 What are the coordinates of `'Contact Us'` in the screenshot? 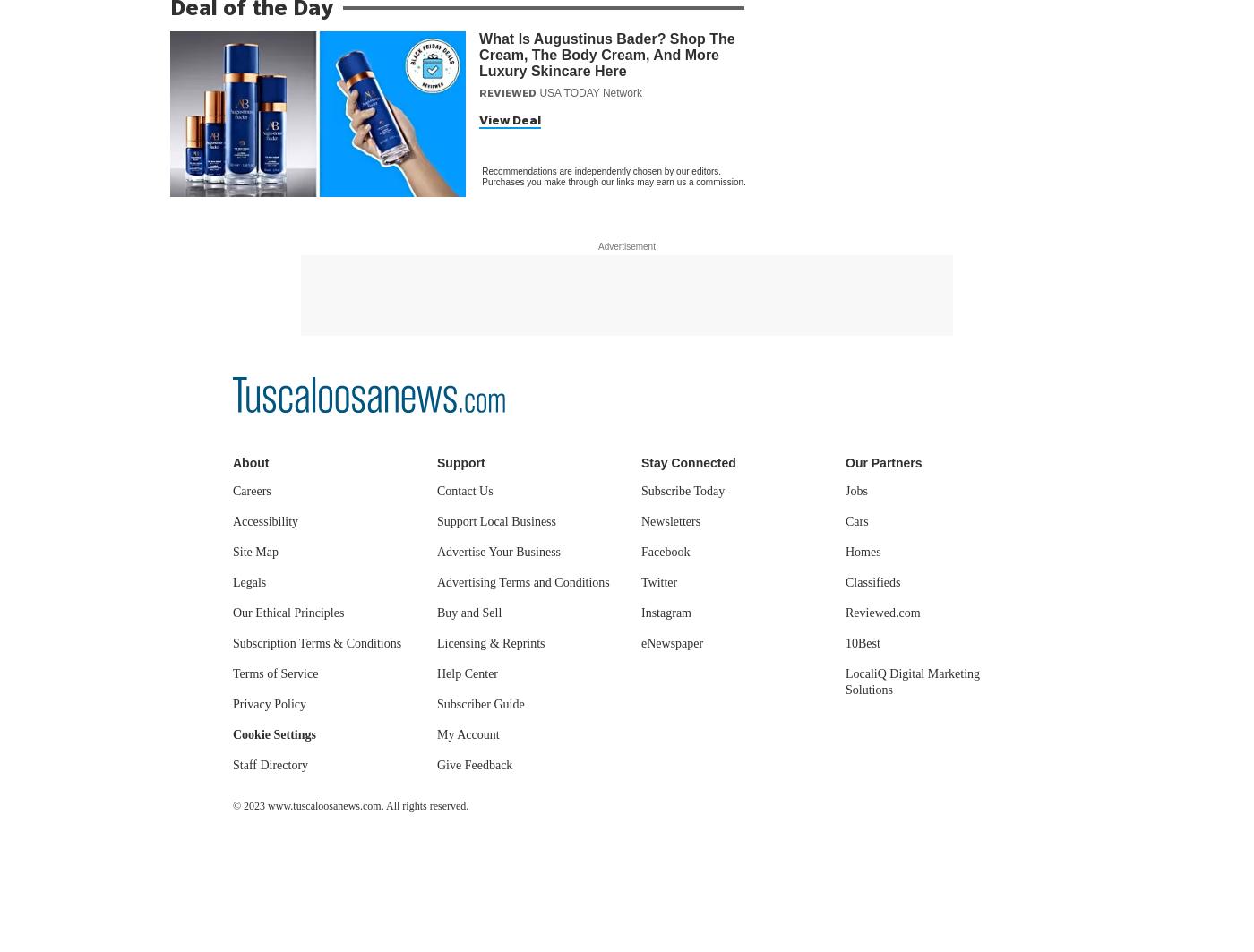 It's located at (464, 490).